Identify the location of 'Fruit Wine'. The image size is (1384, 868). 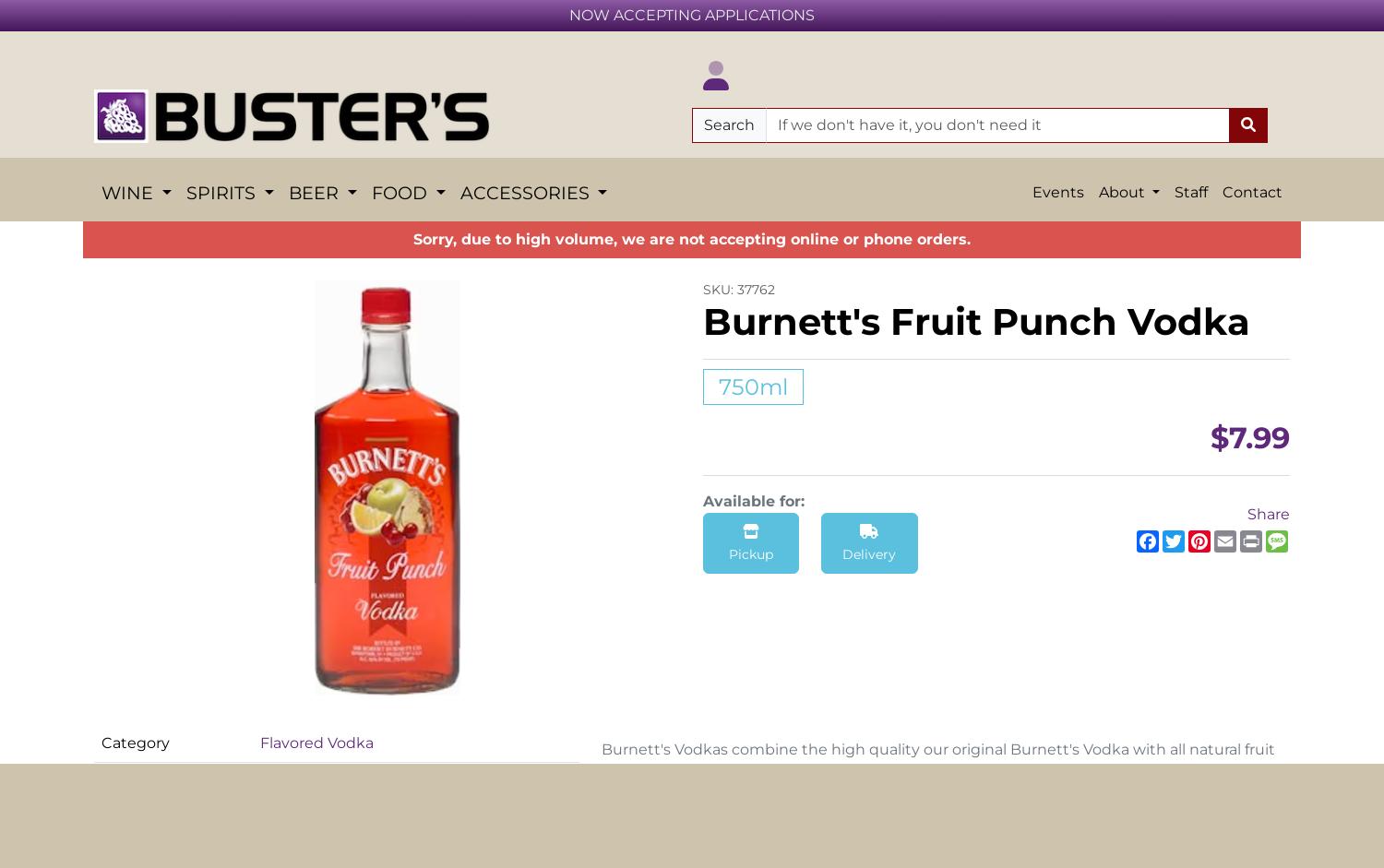
(93, 649).